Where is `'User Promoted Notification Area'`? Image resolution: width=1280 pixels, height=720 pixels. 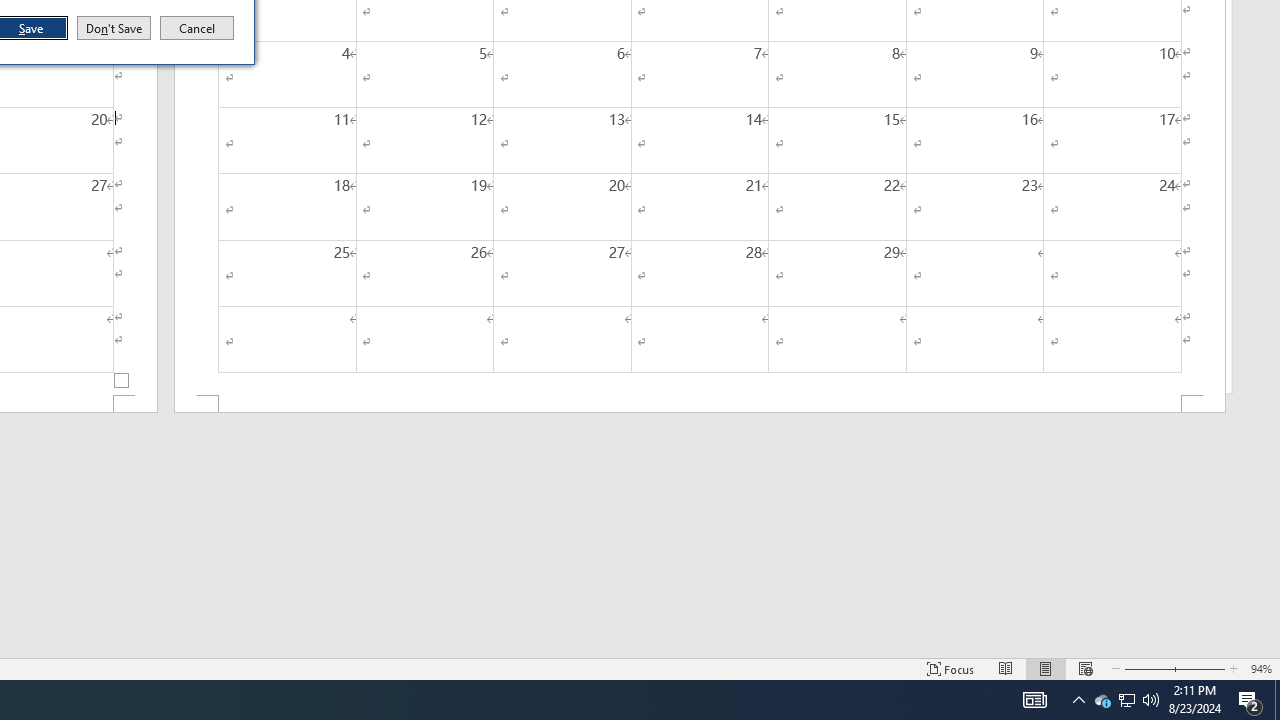
'User Promoted Notification Area' is located at coordinates (1127, 698).